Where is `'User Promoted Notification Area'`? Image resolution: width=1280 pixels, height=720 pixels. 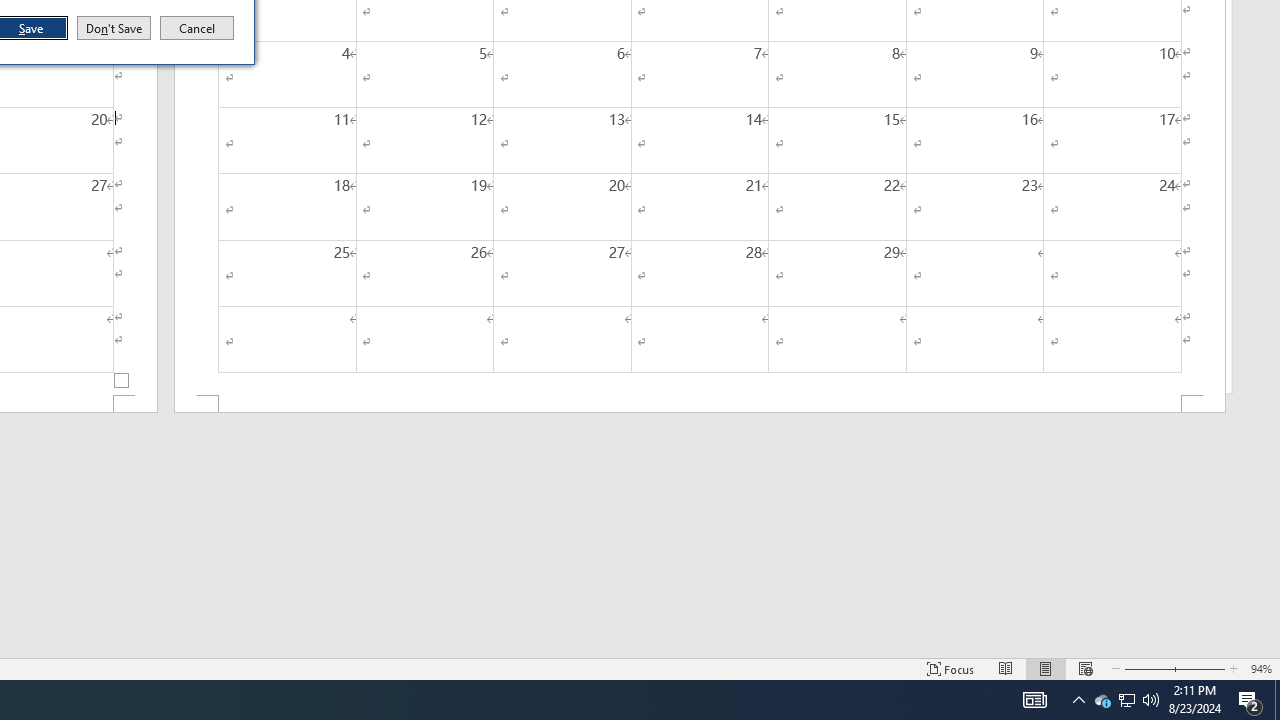
'User Promoted Notification Area' is located at coordinates (1127, 698).